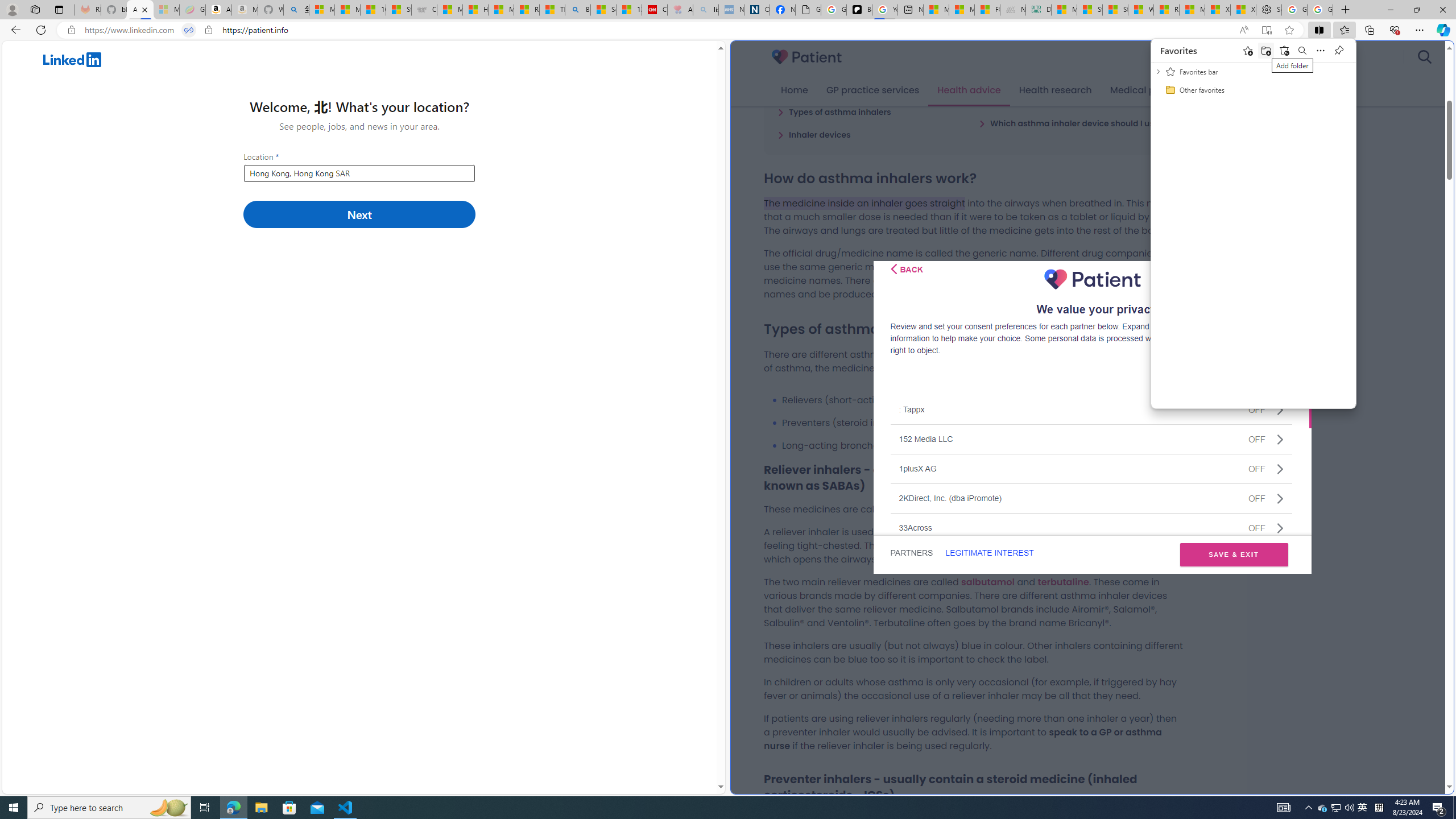 Image resolution: width=1456 pixels, height=819 pixels. I want to click on 'FOX News - MSN', so click(986, 9).